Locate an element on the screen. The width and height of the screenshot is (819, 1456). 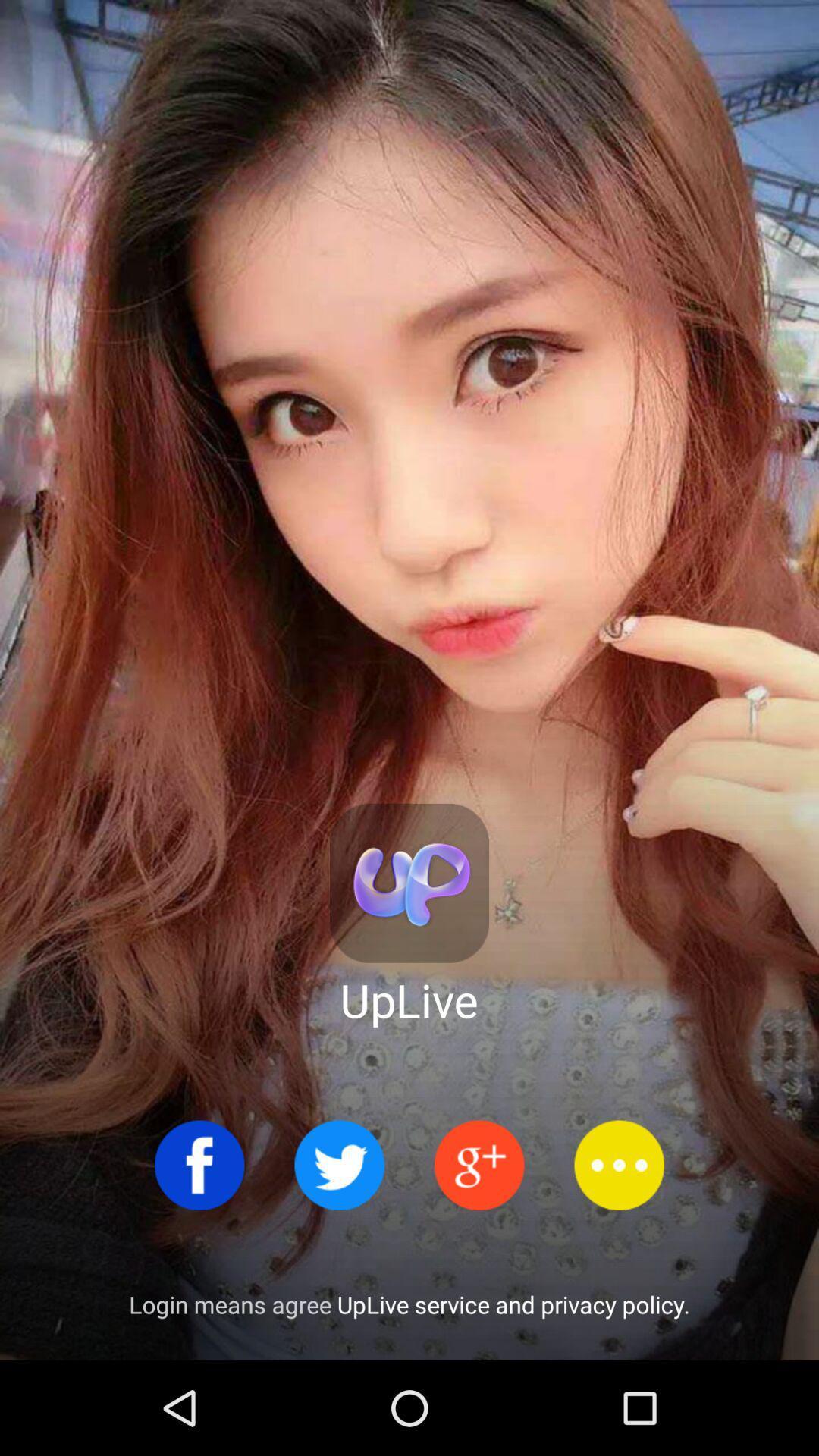
the follow icon is located at coordinates (479, 1164).